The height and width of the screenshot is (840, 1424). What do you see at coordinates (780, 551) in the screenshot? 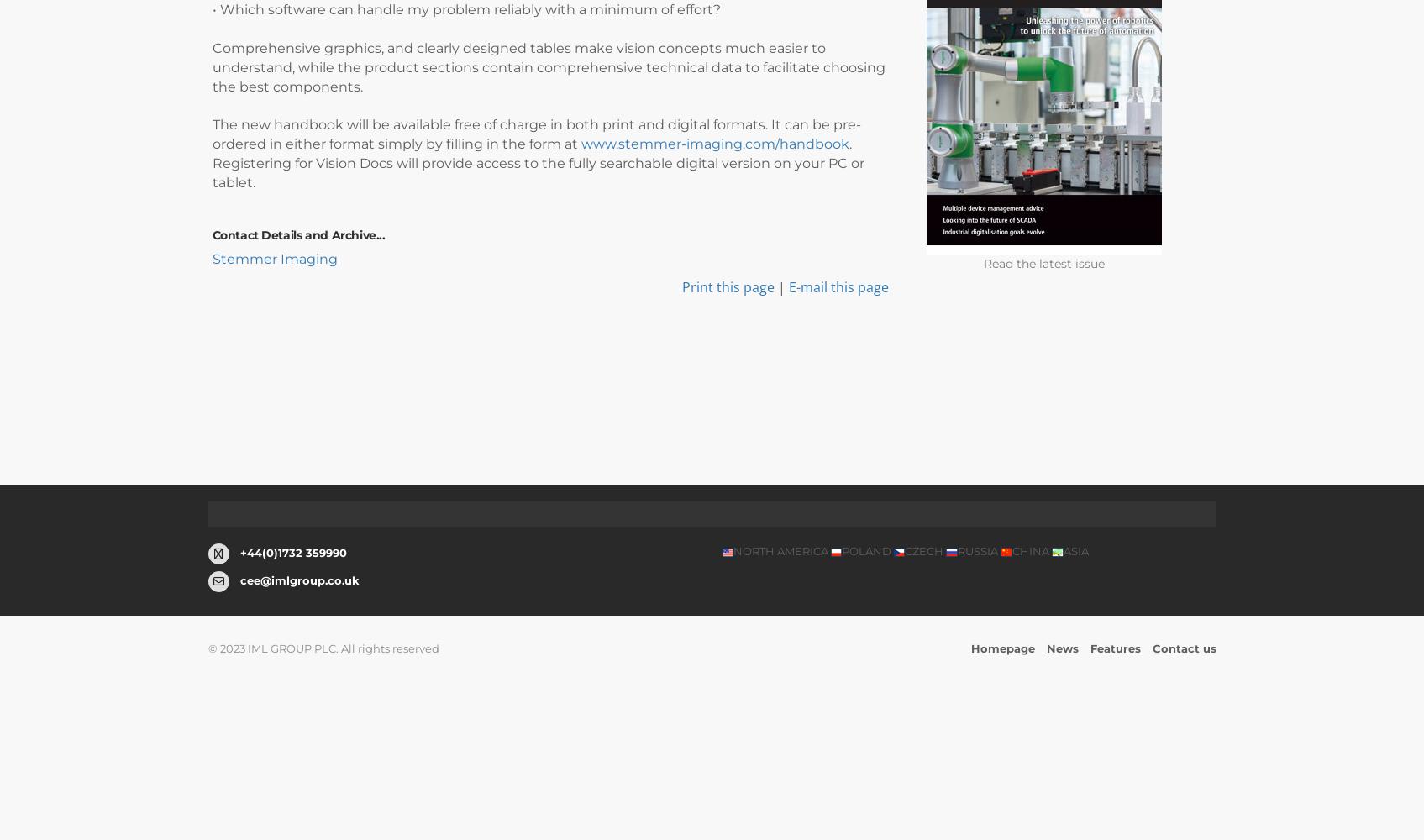
I see `'NORTH AMERICA'` at bounding box center [780, 551].